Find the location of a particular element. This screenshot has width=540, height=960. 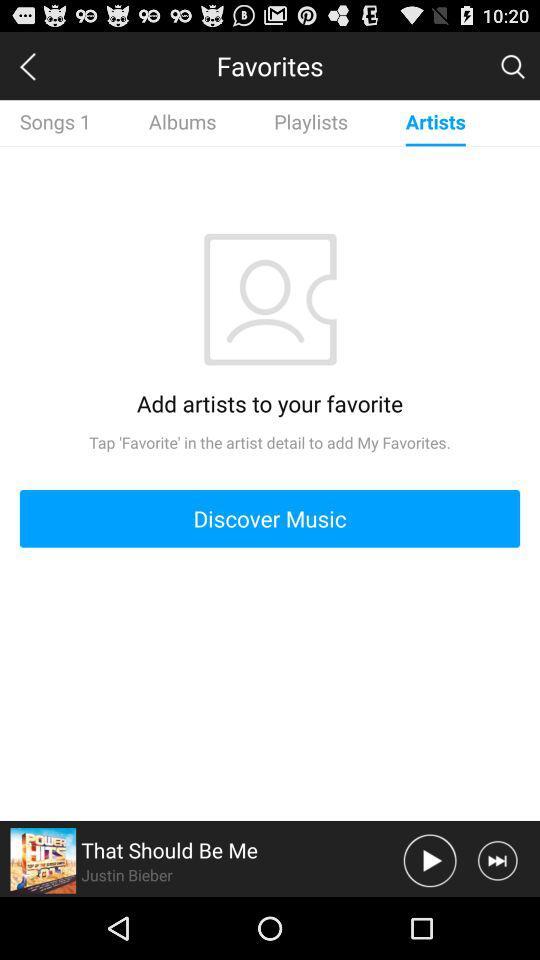

the search icon is located at coordinates (512, 70).